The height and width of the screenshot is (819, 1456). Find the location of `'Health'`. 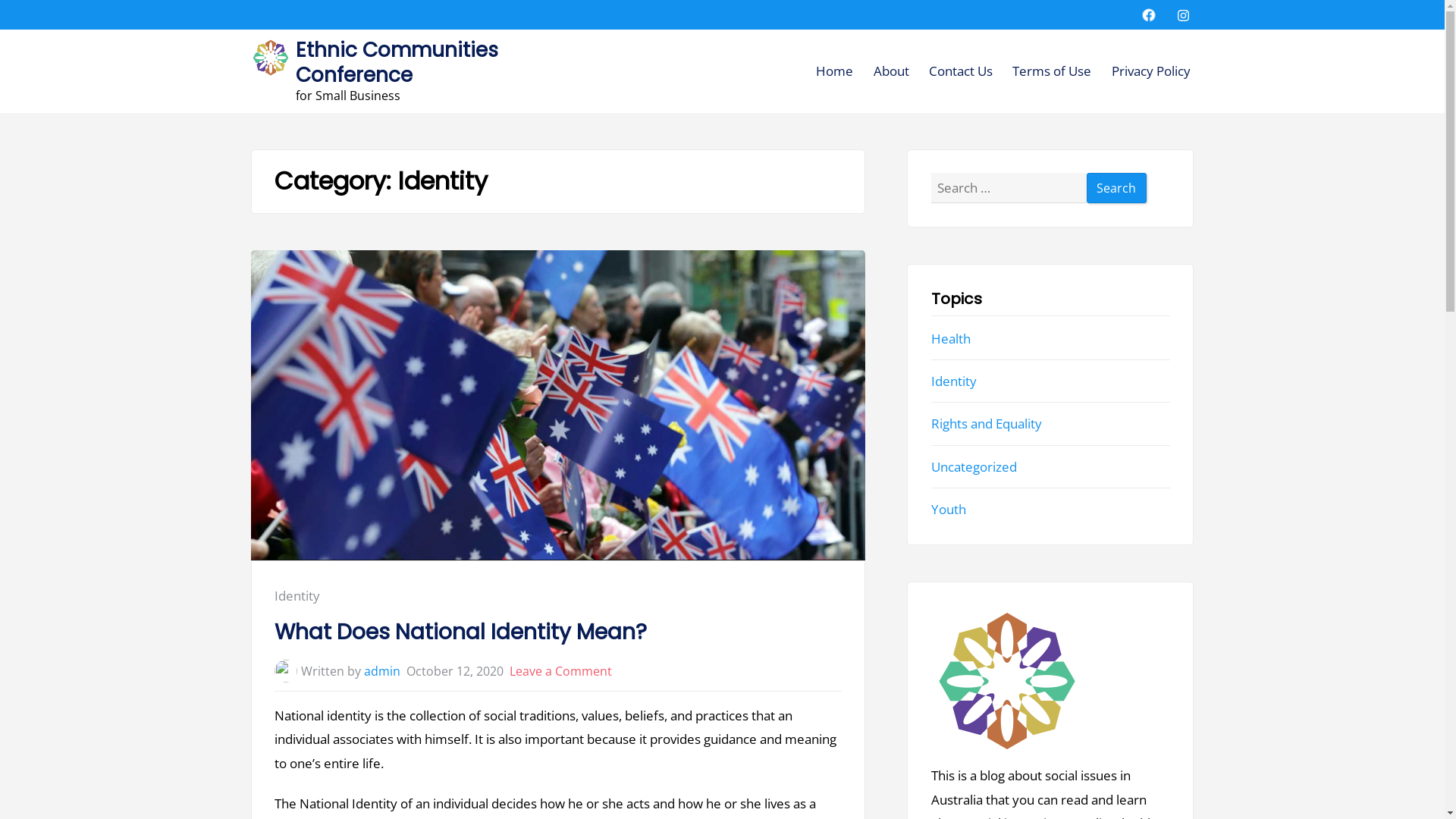

'Health' is located at coordinates (949, 337).